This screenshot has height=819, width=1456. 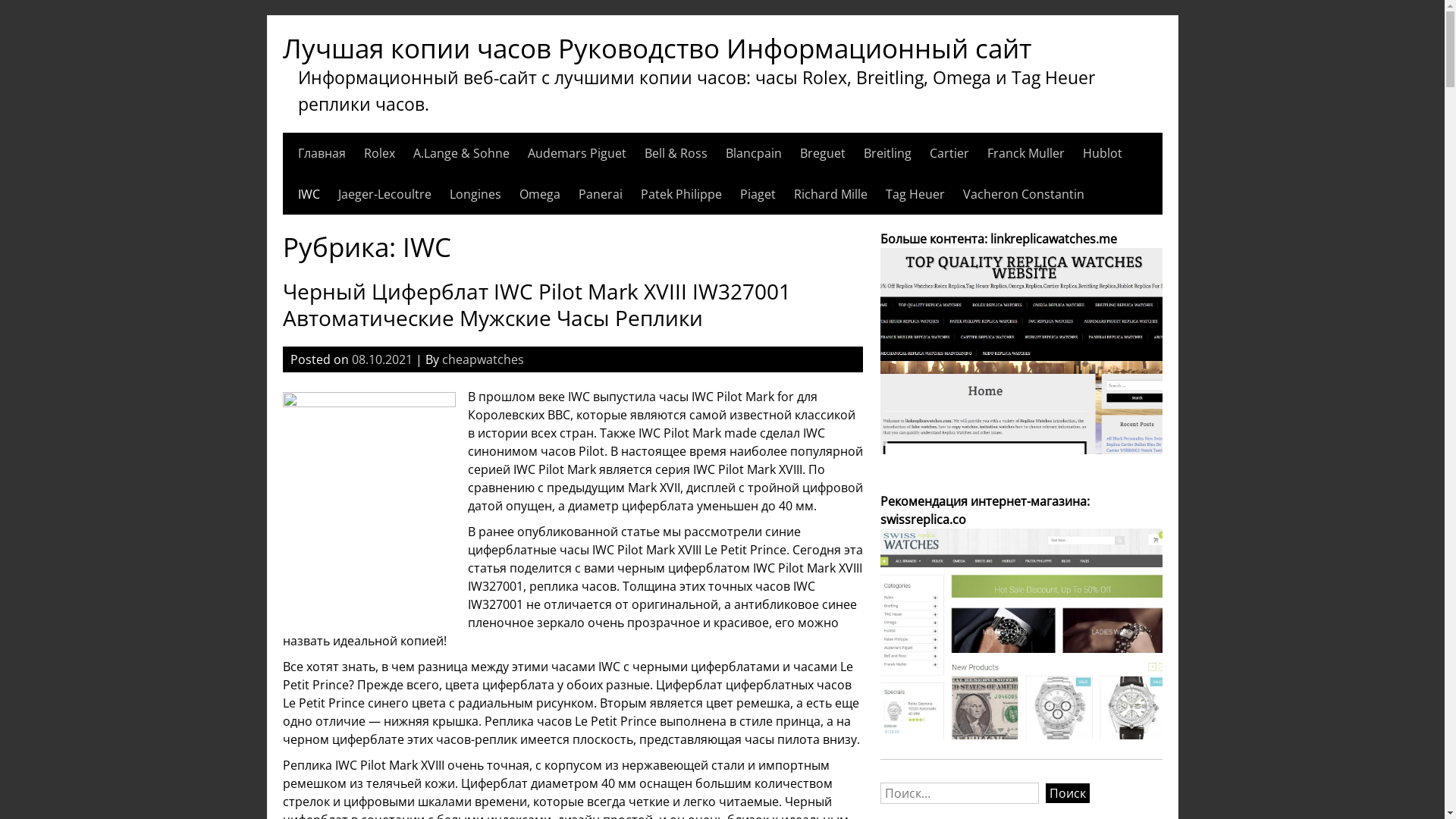 I want to click on 'Hublot', so click(x=1103, y=152).